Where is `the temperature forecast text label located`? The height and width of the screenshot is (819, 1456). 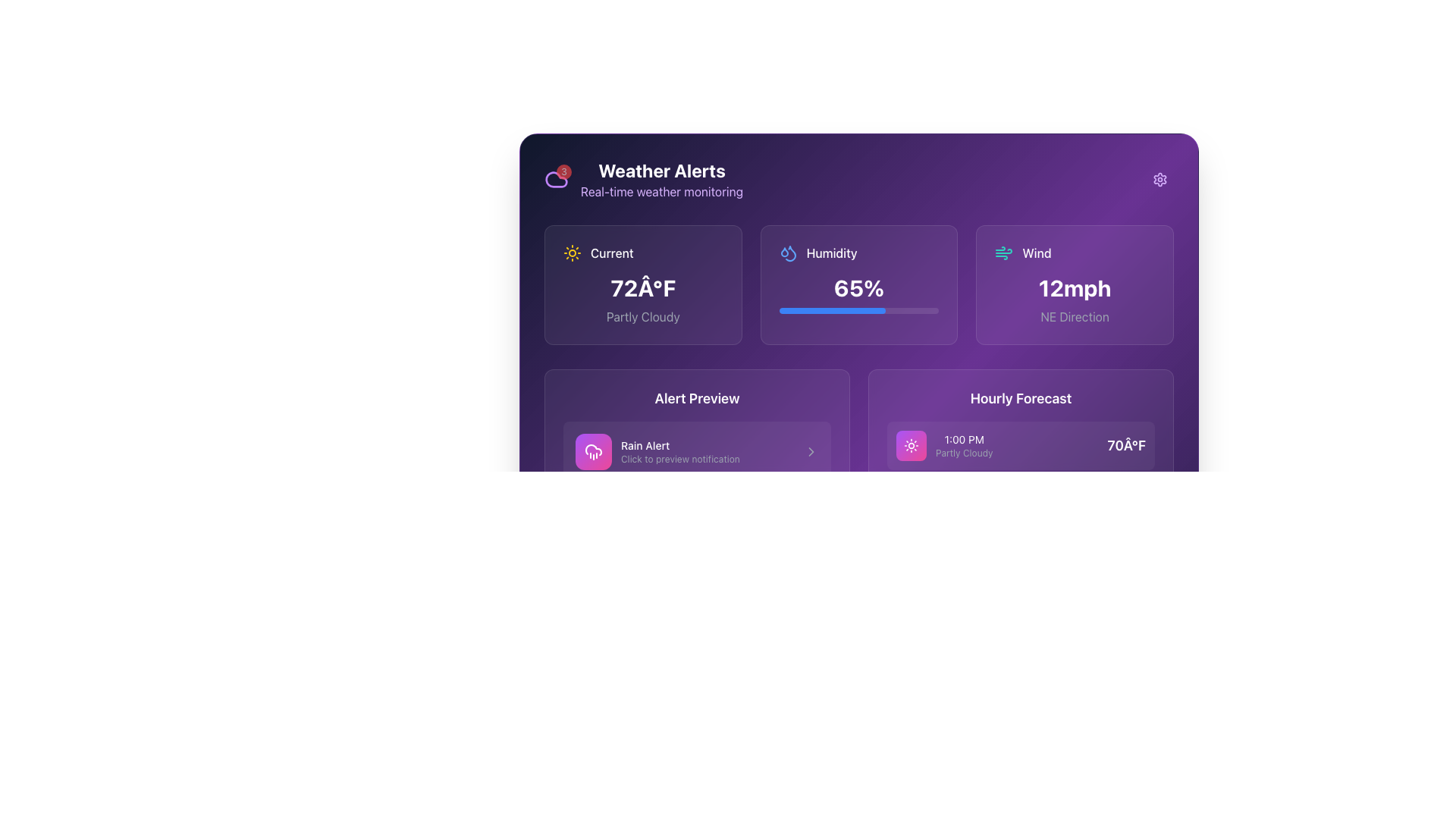
the temperature forecast text label located is located at coordinates (1126, 444).